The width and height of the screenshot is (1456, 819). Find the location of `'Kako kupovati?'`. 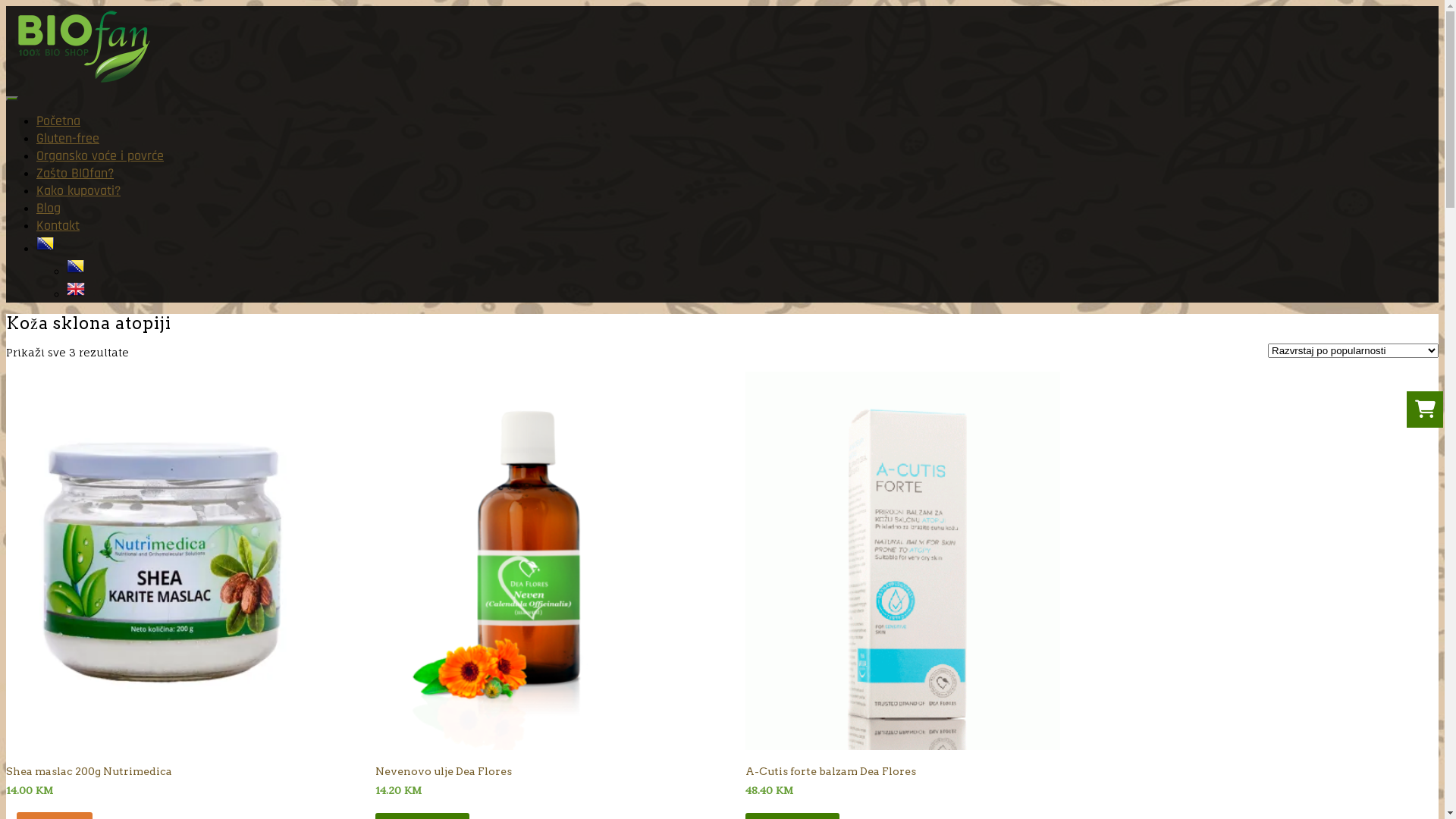

'Kako kupovati?' is located at coordinates (77, 190).